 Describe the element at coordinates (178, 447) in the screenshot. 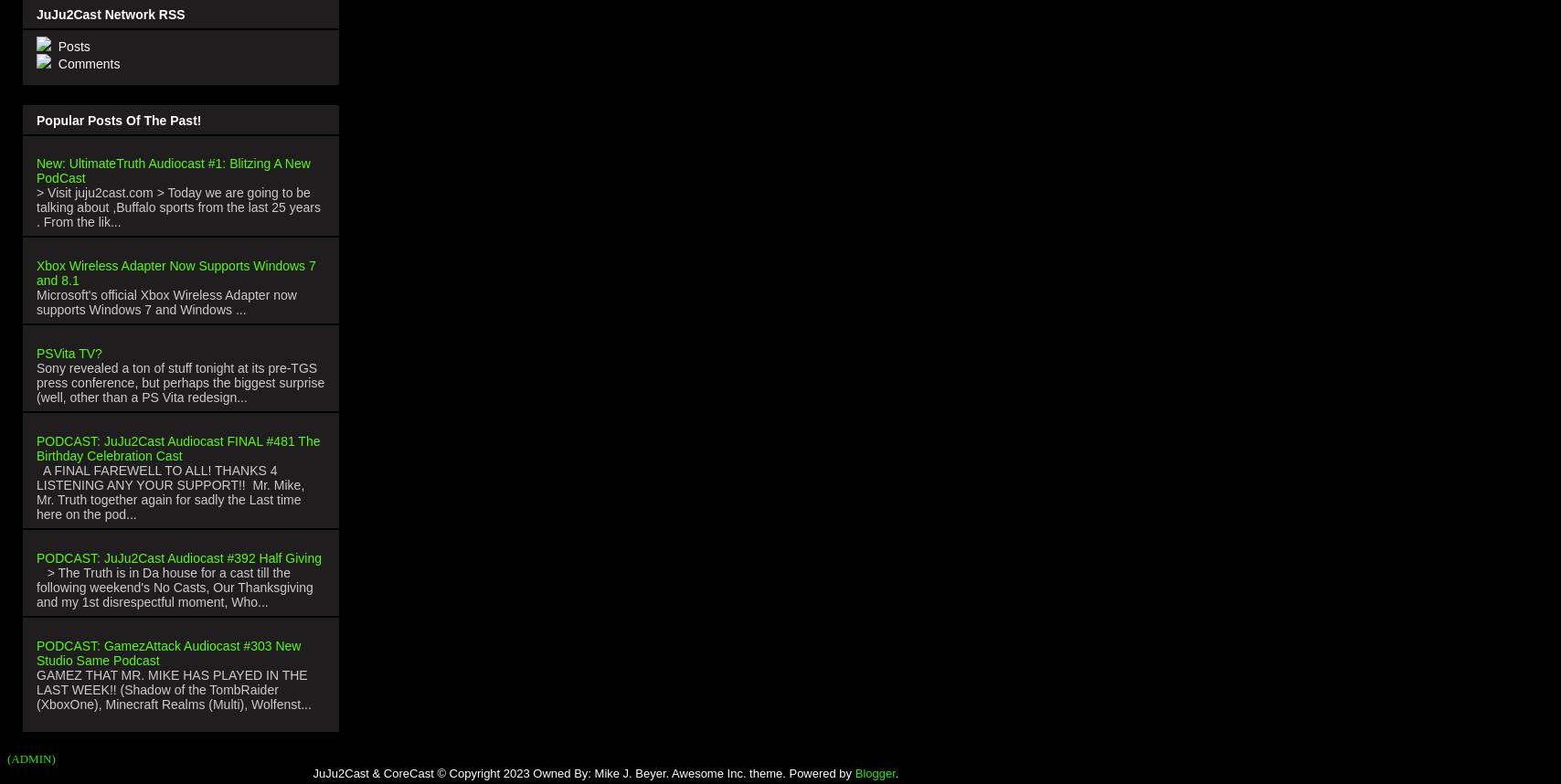

I see `'PODCAST:  JuJu2Cast Audiocast FINAL #481 The Birthday Celebration Cast'` at that location.